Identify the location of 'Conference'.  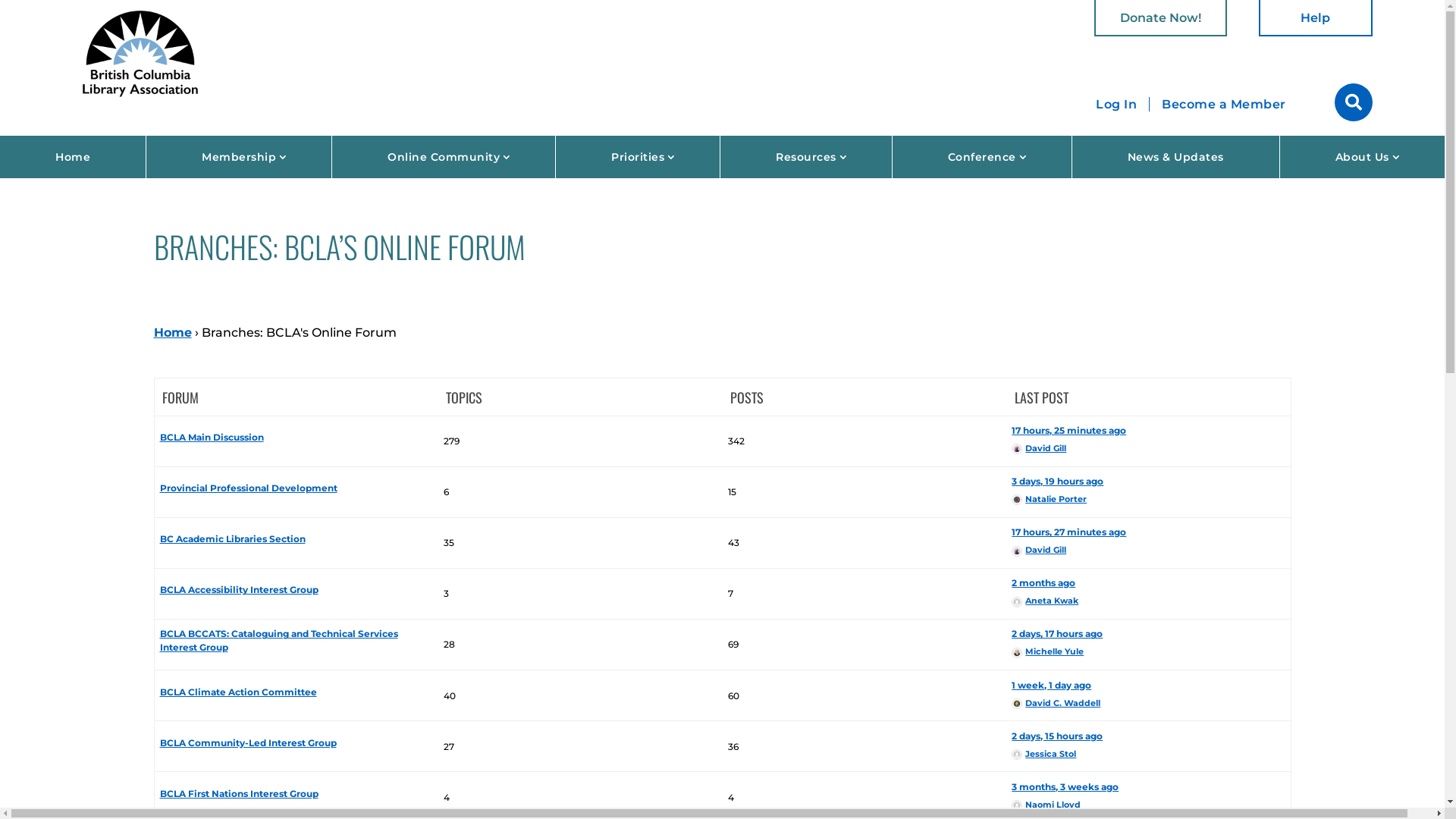
(892, 157).